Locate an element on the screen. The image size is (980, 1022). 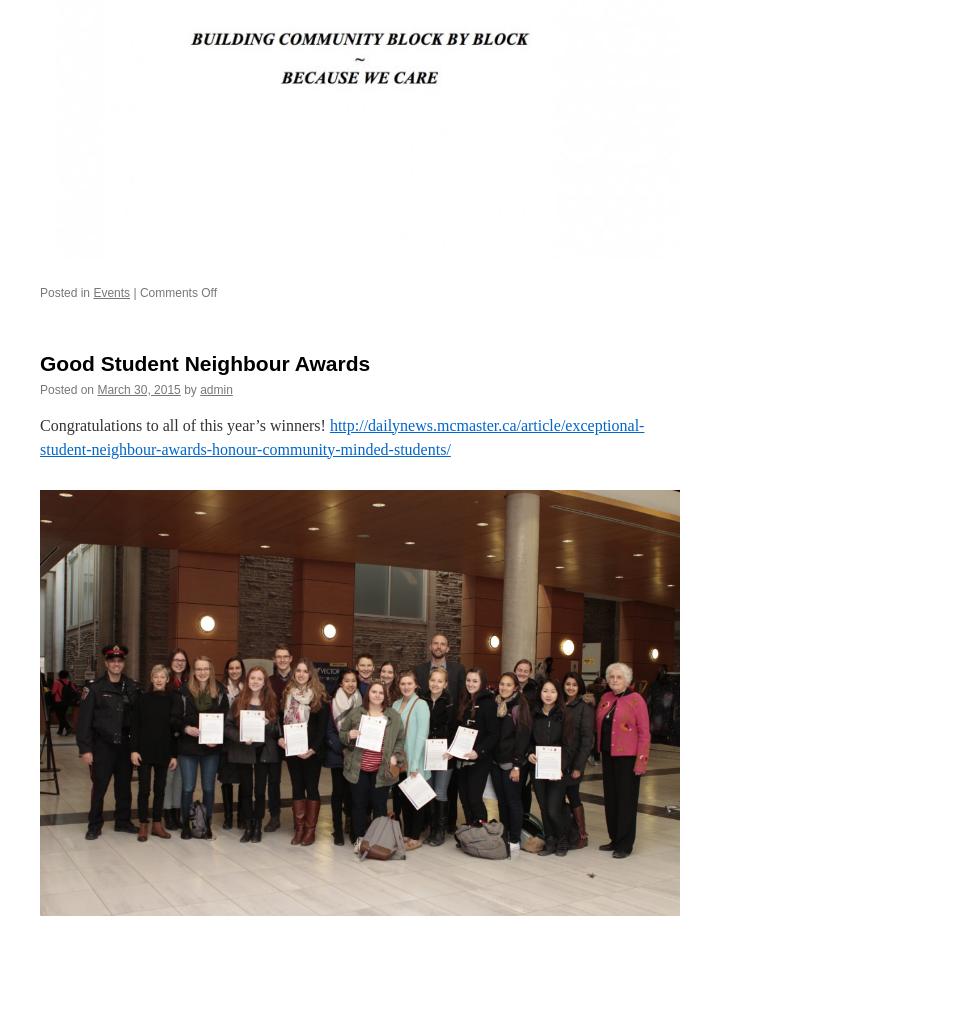
'Comments Off' is located at coordinates (138, 292).